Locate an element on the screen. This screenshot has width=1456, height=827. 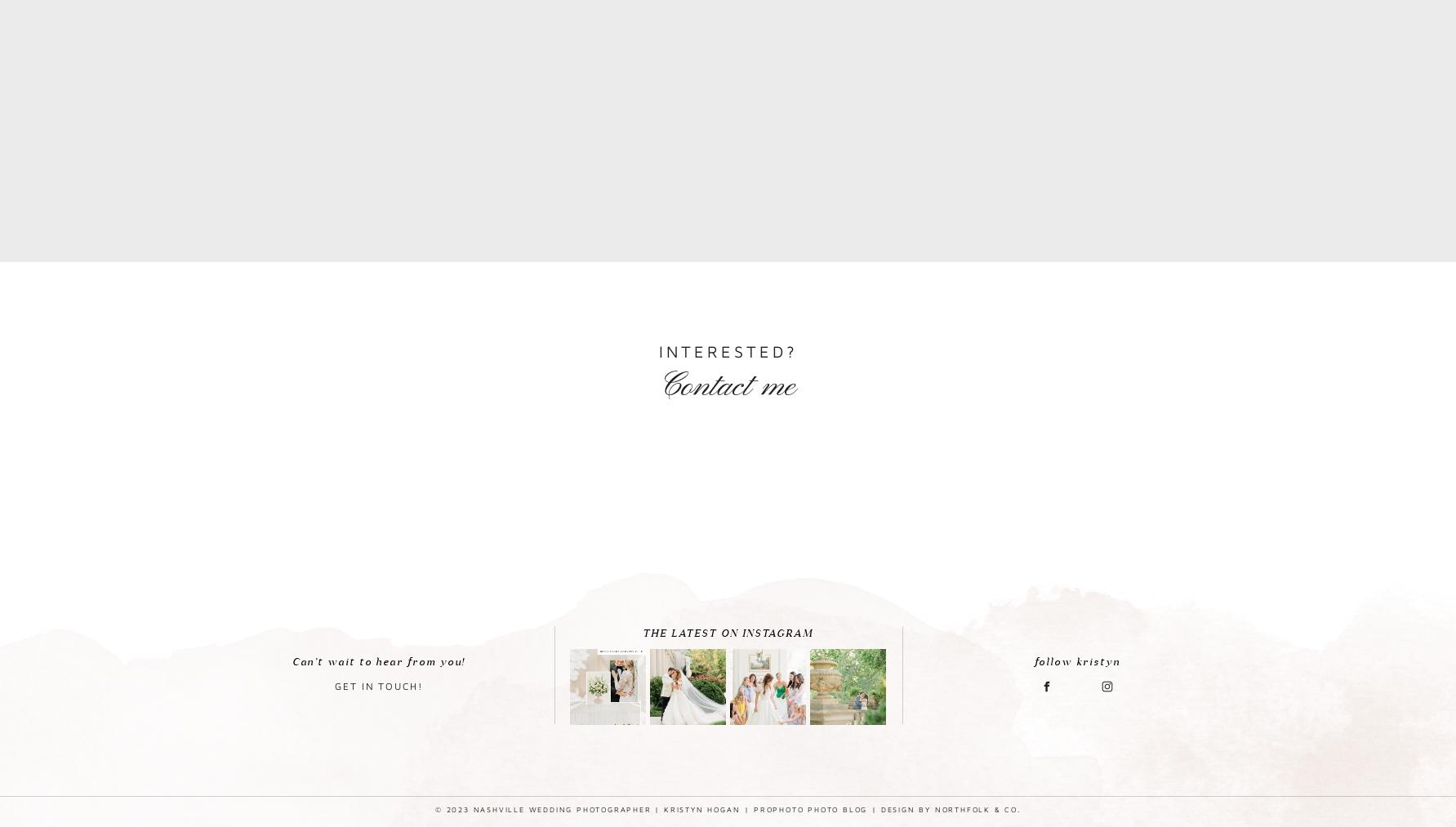
'GET IN TOUCH!' is located at coordinates (378, 685).